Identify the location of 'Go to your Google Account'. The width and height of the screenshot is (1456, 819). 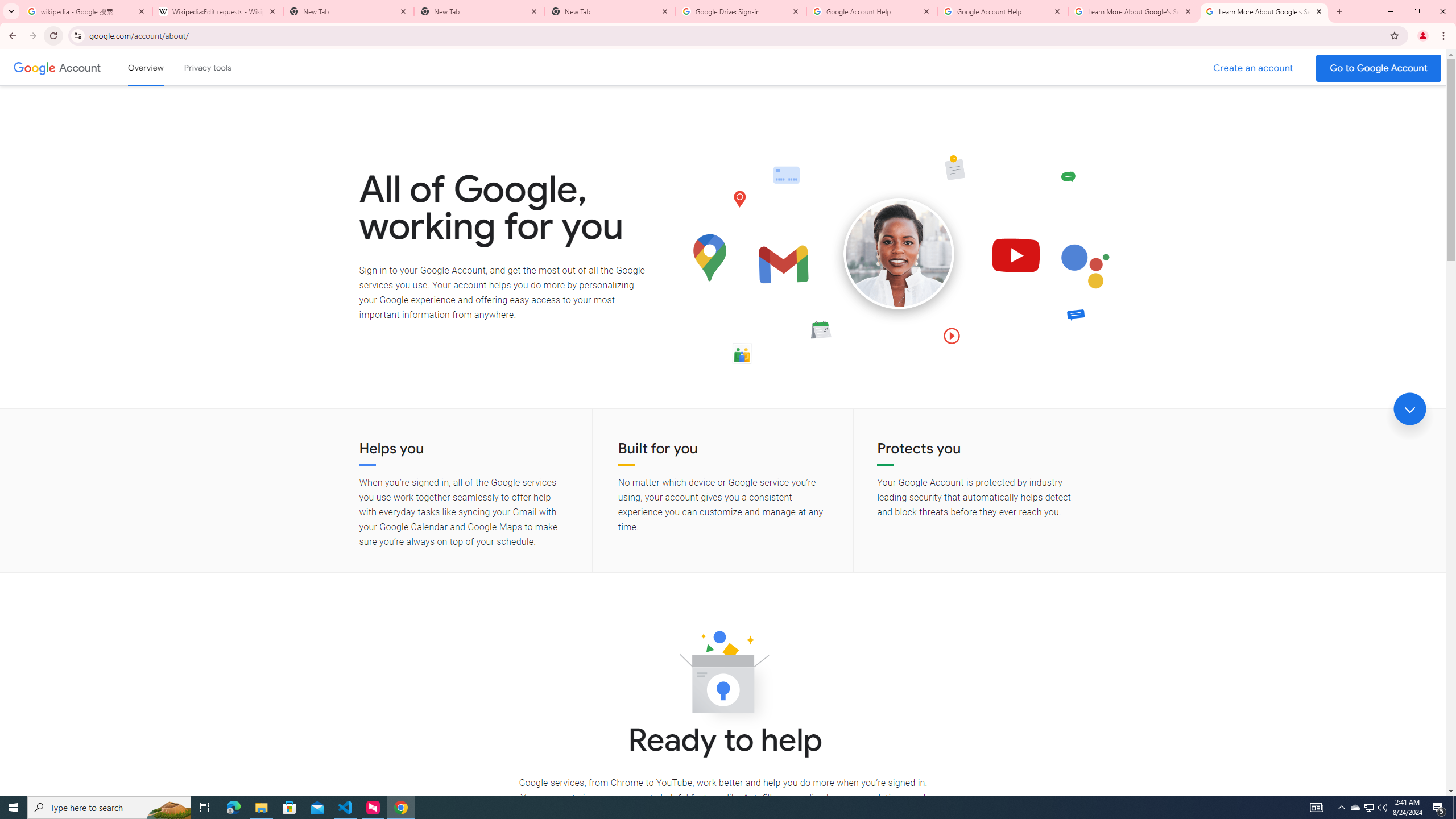
(1379, 68).